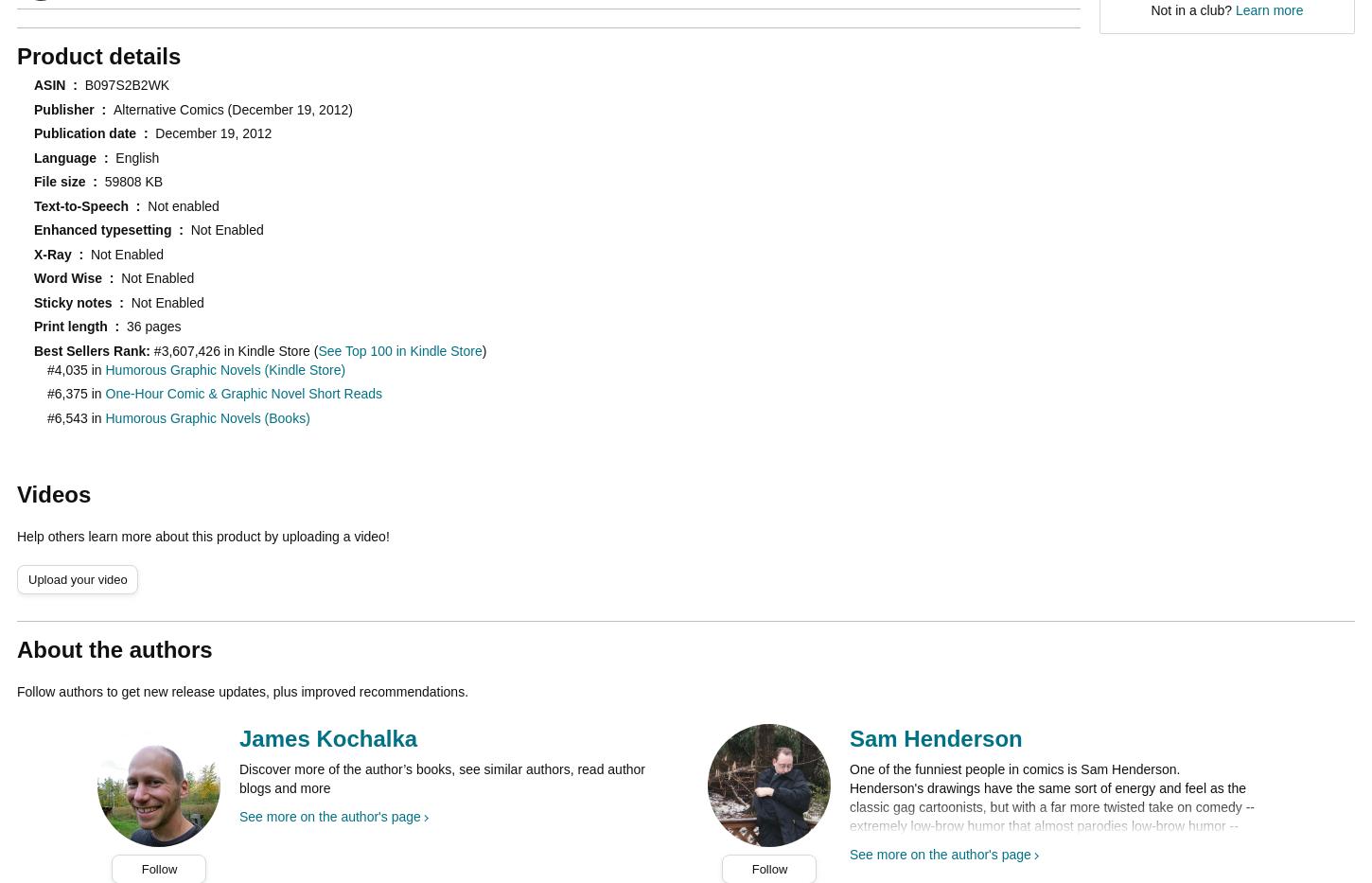 This screenshot has height=883, width=1372. Describe the element at coordinates (223, 368) in the screenshot. I see `'Humorous Graphic Novels (Kindle Store)'` at that location.